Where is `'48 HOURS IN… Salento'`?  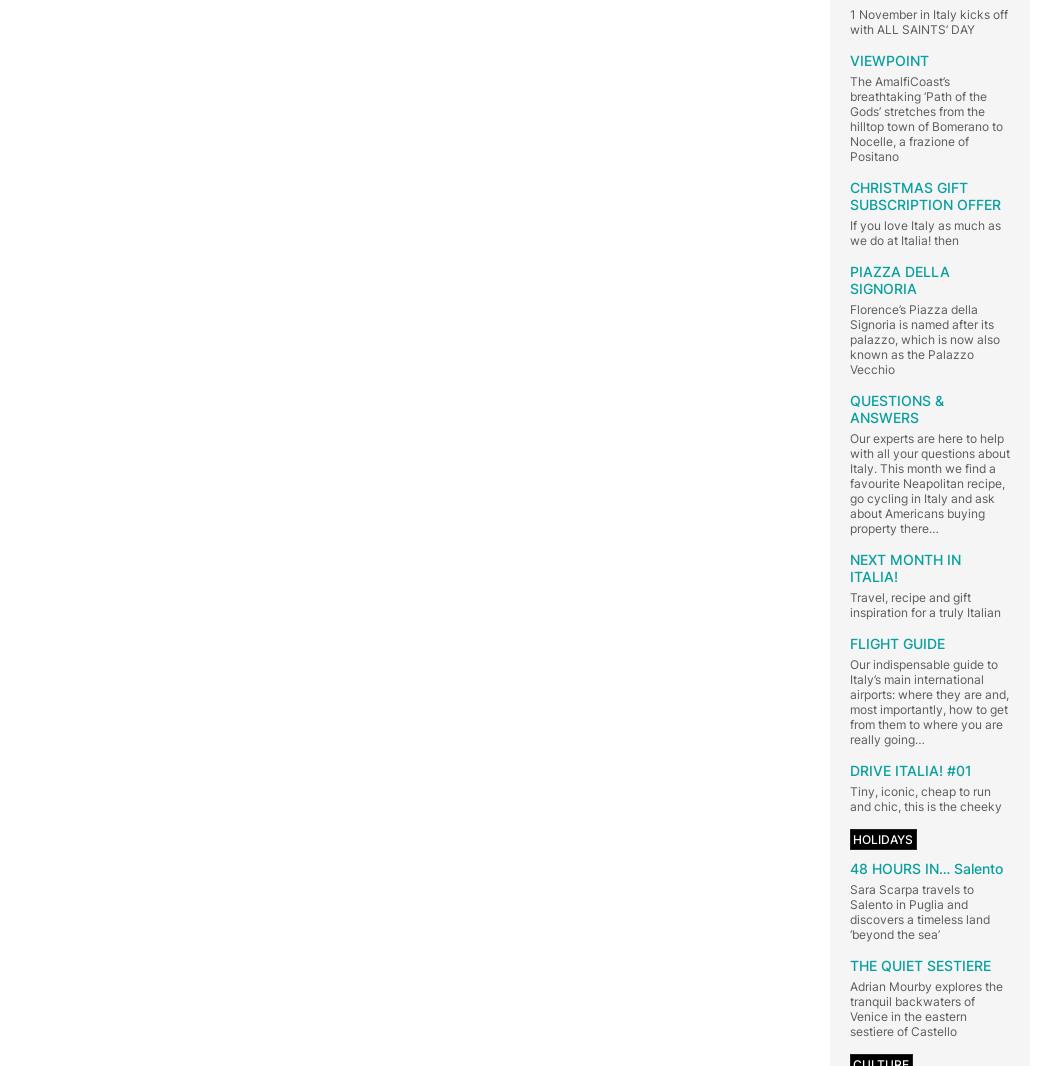 '48 HOURS IN… Salento' is located at coordinates (926, 867).